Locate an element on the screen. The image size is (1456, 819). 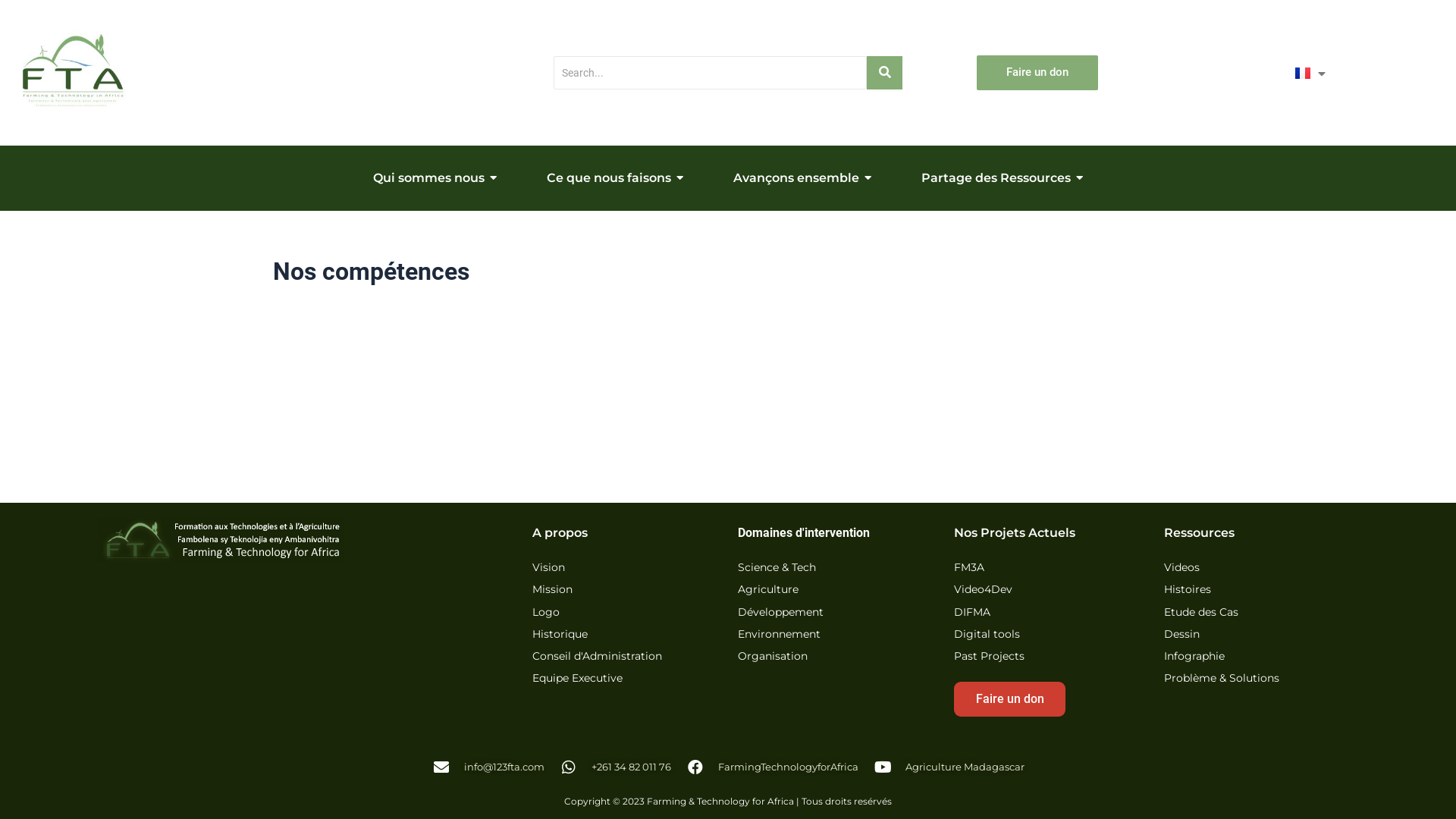
'Logo' is located at coordinates (546, 612).